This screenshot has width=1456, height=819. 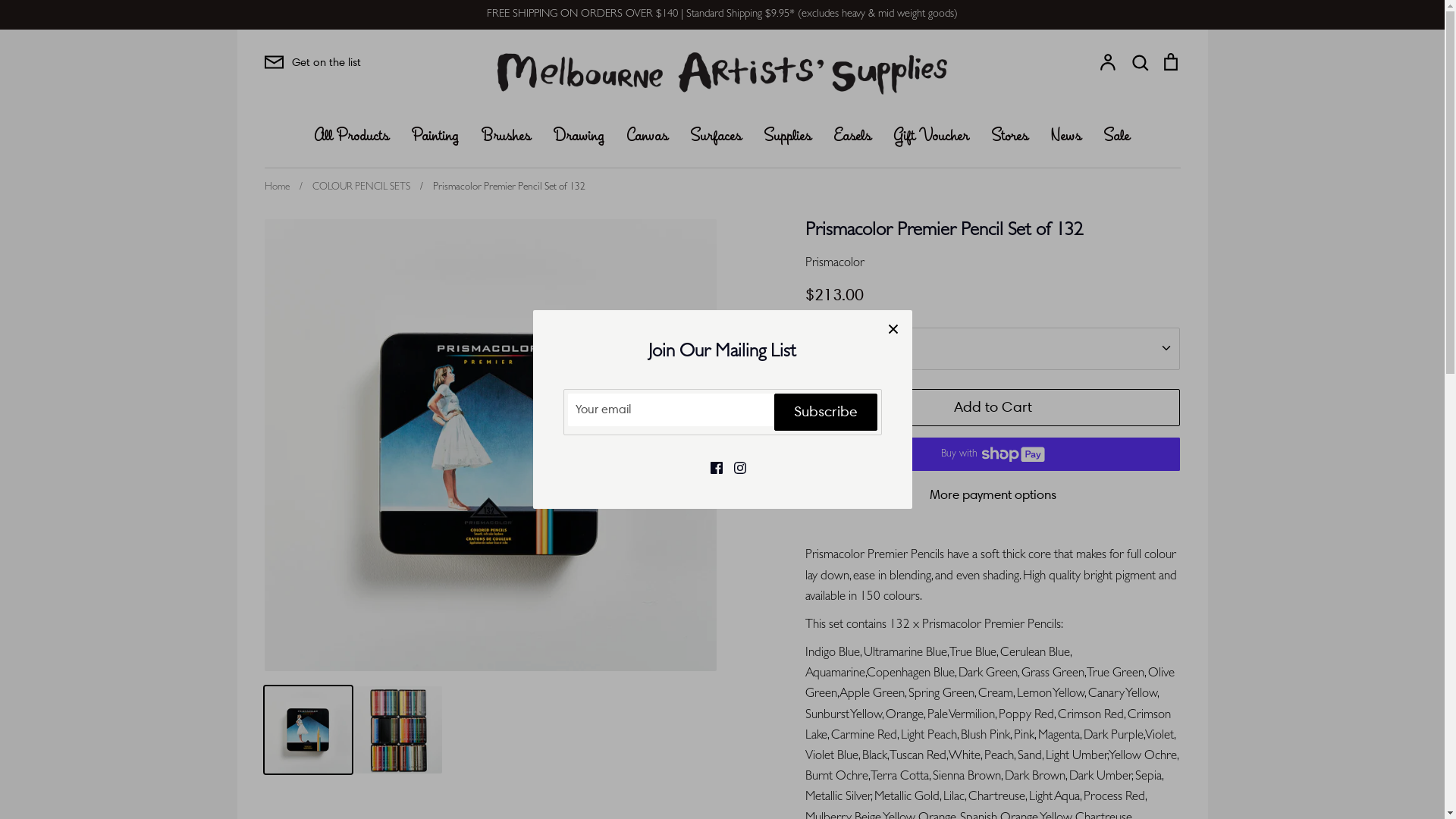 What do you see at coordinates (764, 136) in the screenshot?
I see `'Supplies'` at bounding box center [764, 136].